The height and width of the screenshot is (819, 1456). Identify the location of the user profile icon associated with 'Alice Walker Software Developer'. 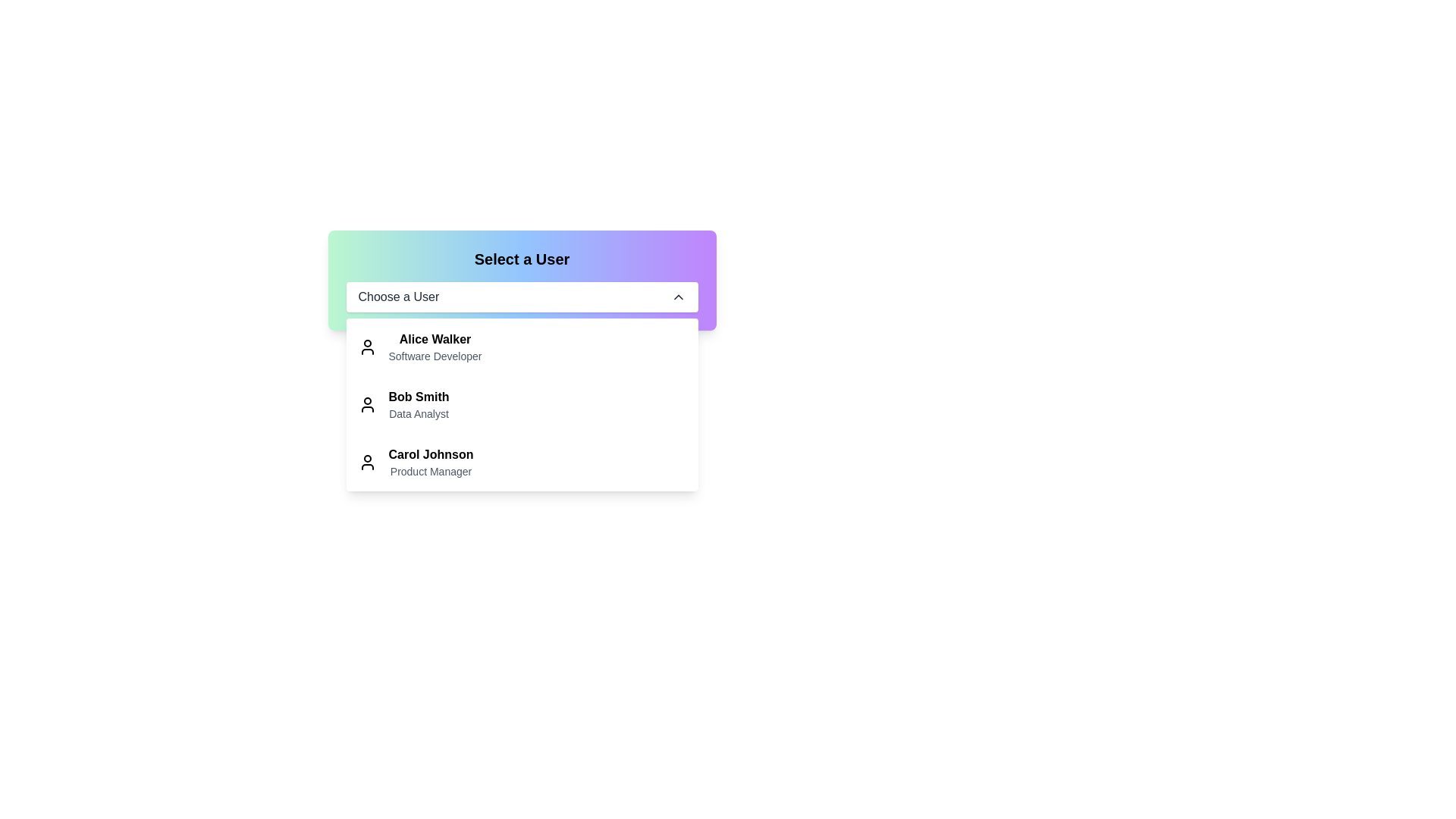
(367, 347).